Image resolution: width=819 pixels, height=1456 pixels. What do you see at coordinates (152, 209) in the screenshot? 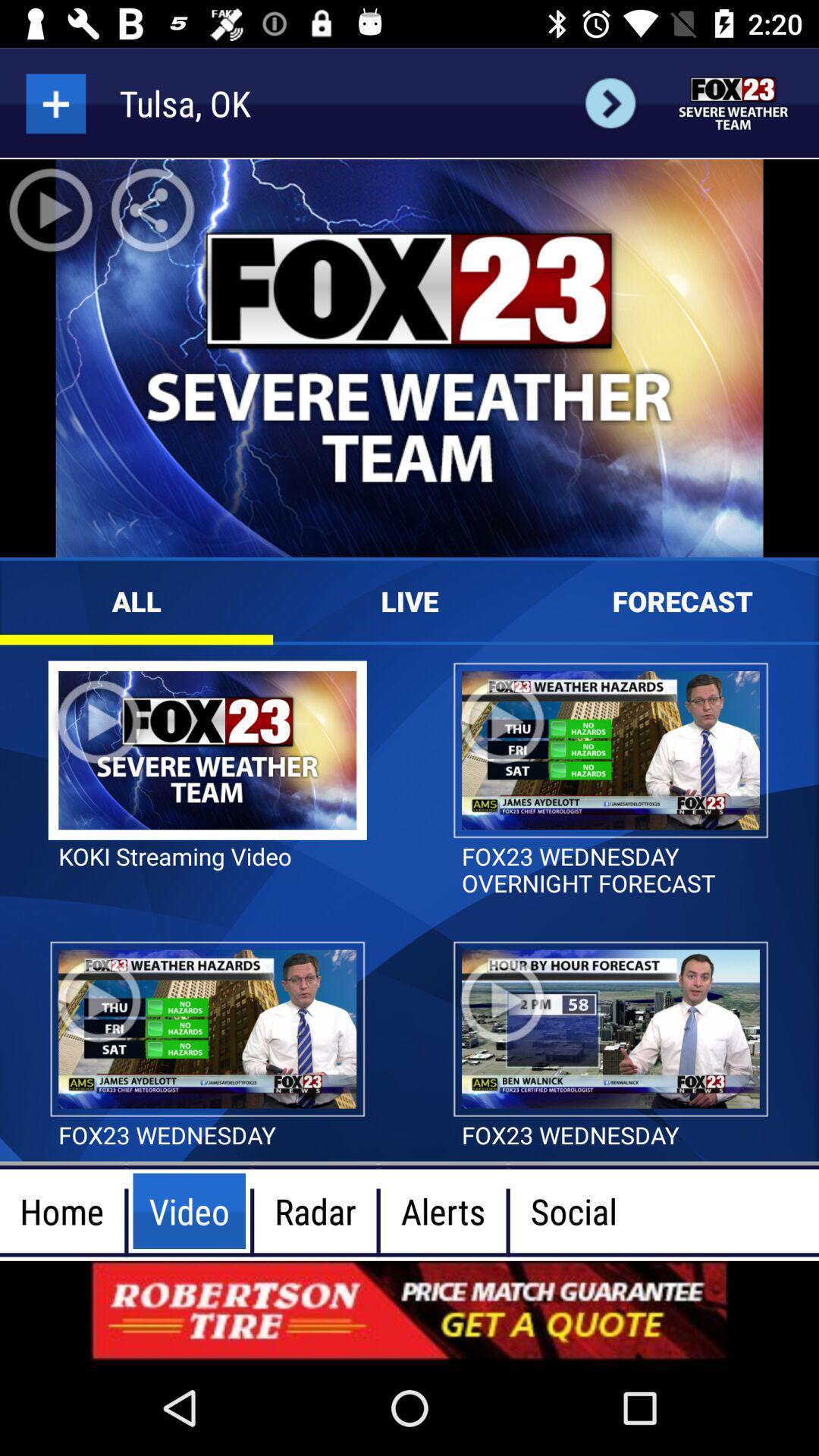
I see `the share icon` at bounding box center [152, 209].